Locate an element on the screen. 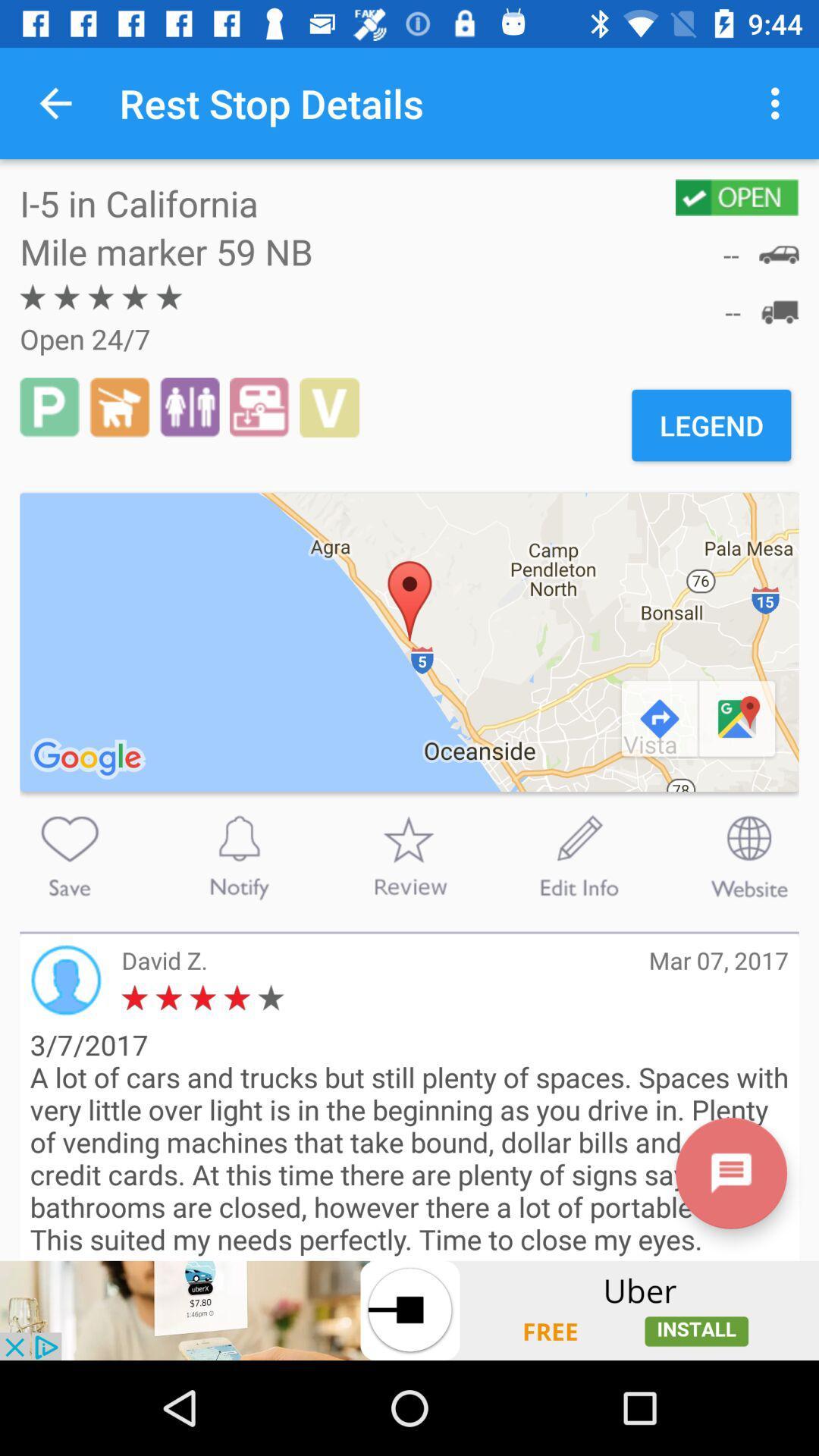 This screenshot has width=819, height=1456. the button is used save button is located at coordinates (69, 856).